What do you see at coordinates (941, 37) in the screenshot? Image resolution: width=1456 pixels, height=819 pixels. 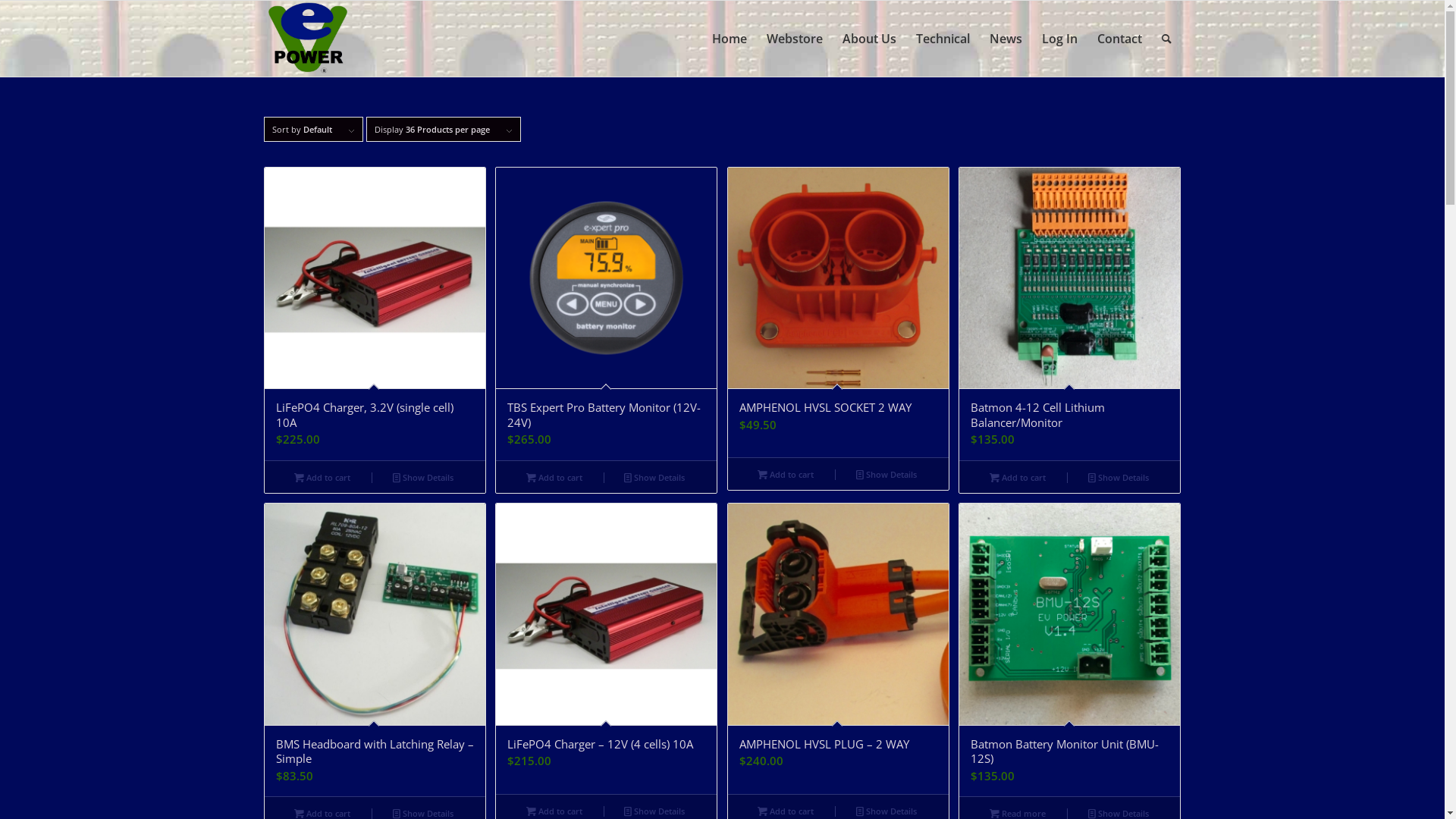 I see `'Technical'` at bounding box center [941, 37].